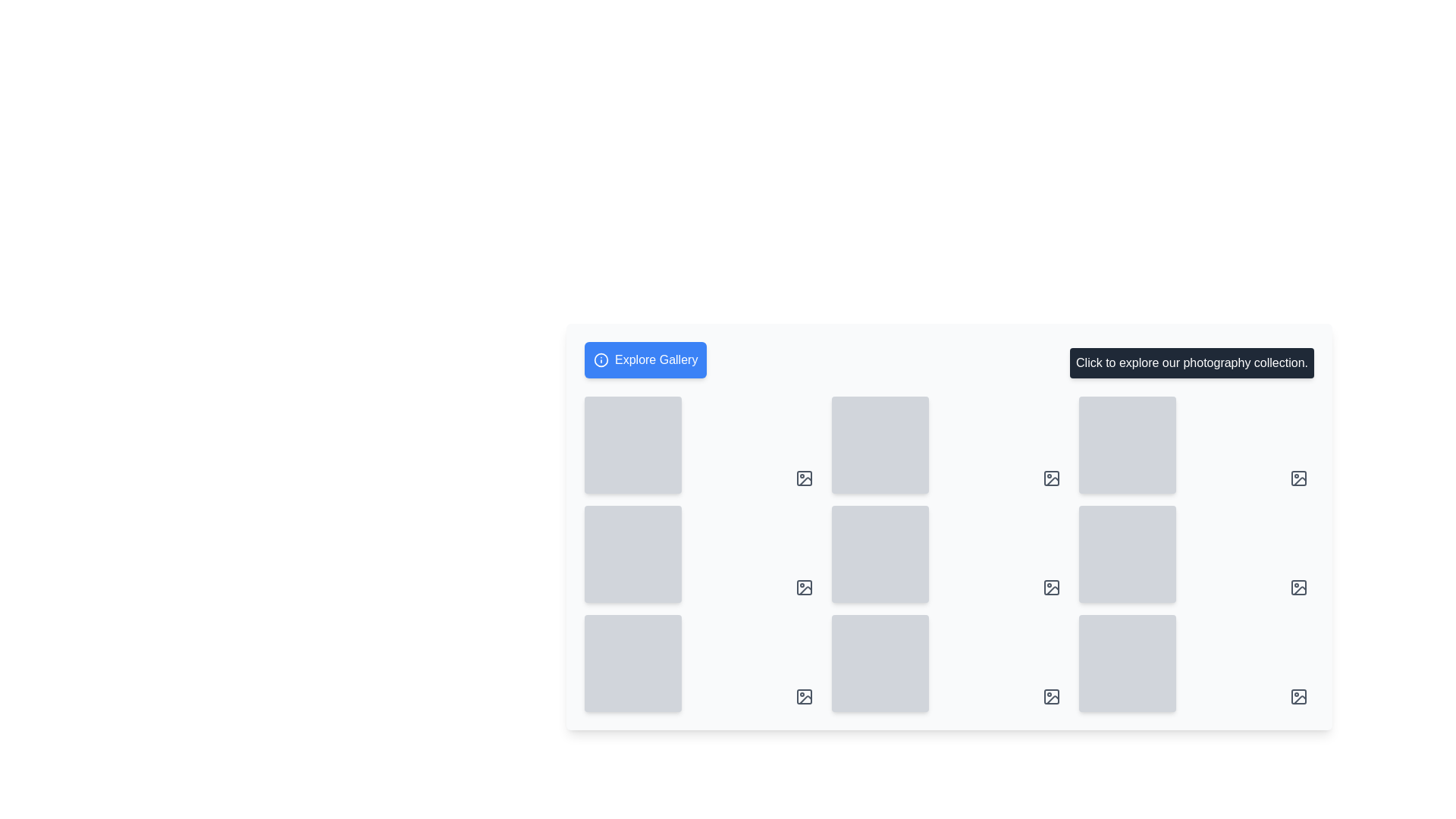 Image resolution: width=1456 pixels, height=819 pixels. I want to click on the icon element that serves as a visual placeholder or symbol for an image, indicating an empty or non-interactive state, located towards the bottom-right of the gallery layout, so click(805, 590).